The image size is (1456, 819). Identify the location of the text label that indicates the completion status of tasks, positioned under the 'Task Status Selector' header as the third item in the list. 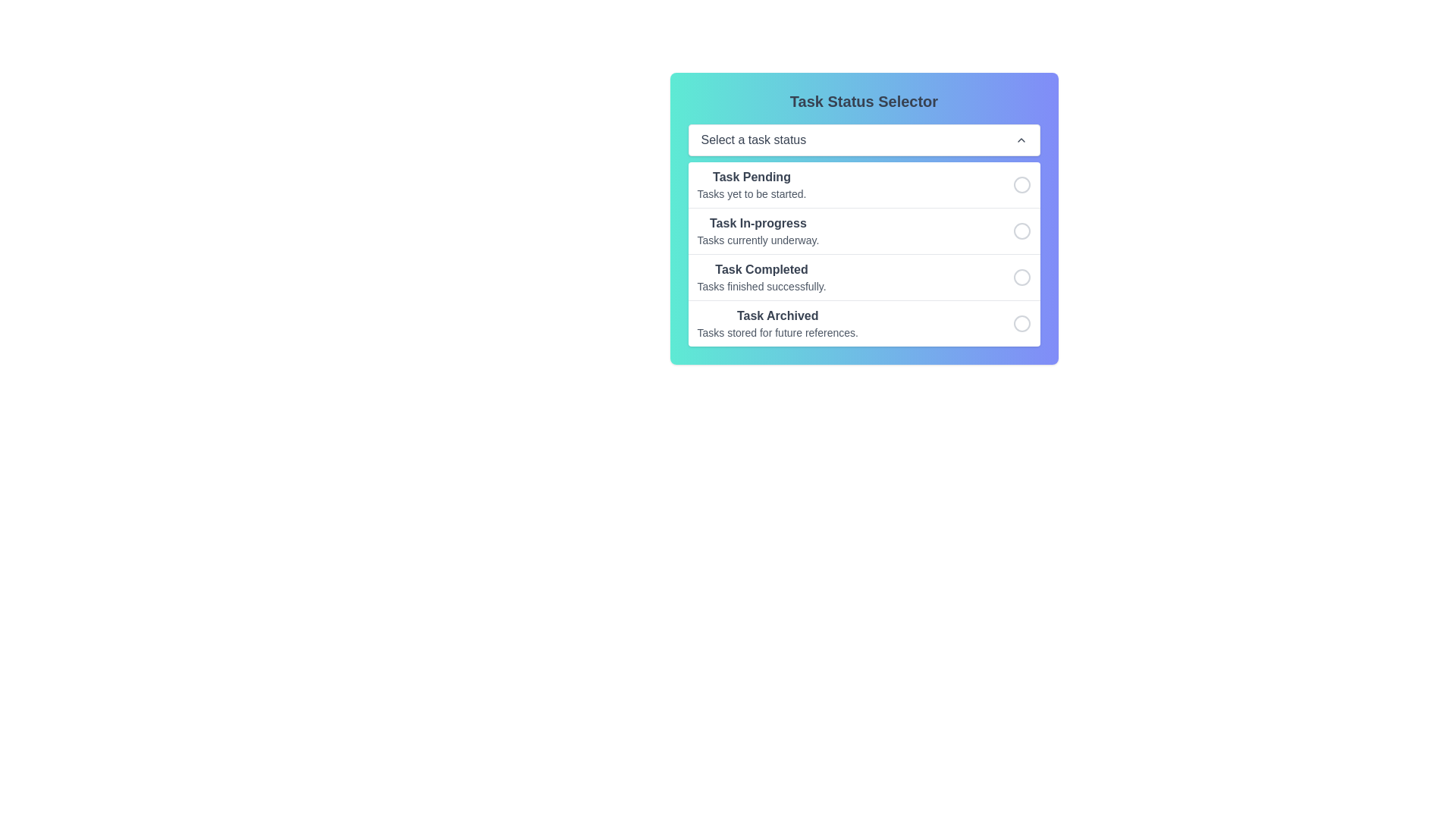
(761, 278).